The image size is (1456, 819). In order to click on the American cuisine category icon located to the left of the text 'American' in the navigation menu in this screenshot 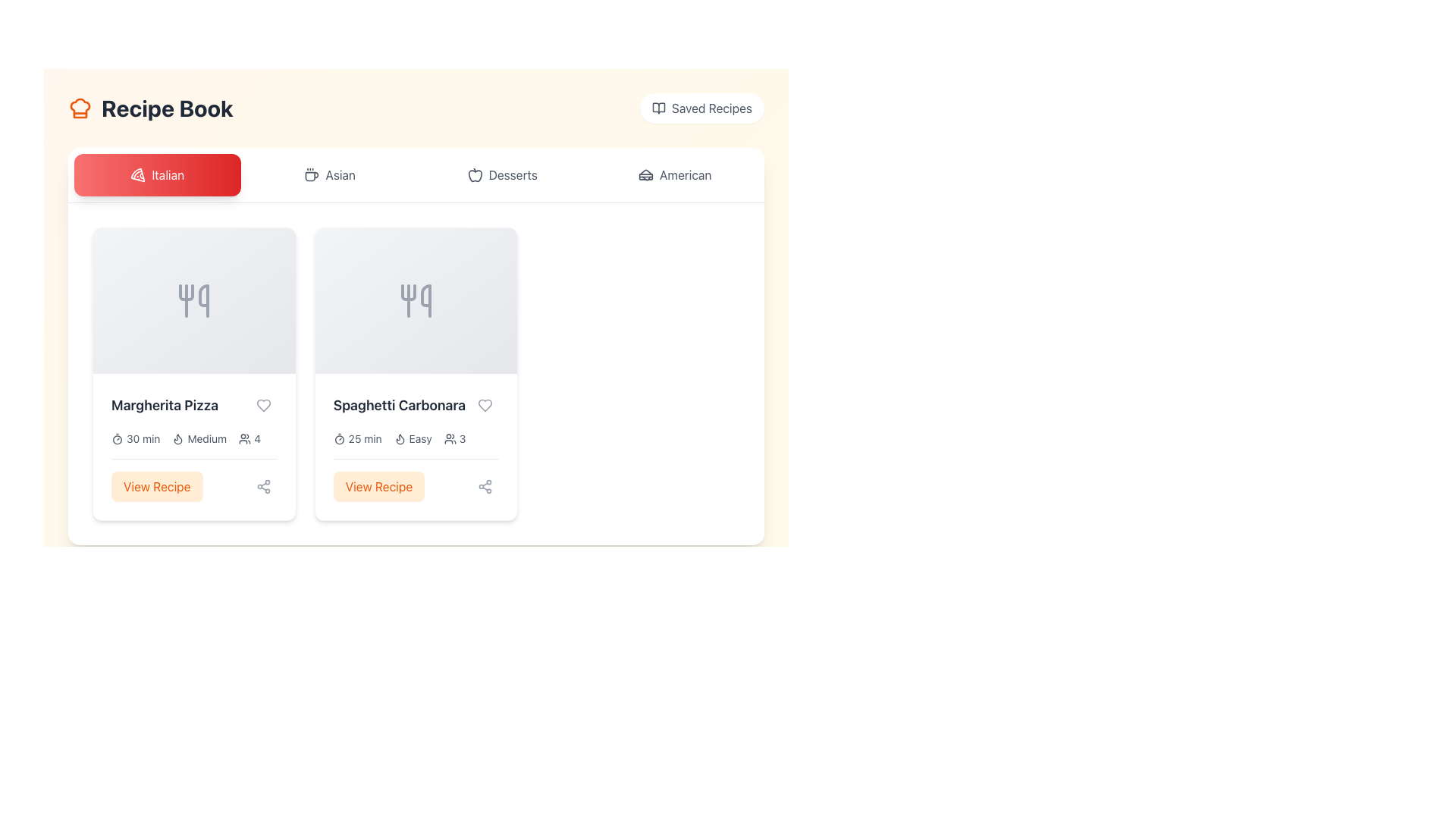, I will do `click(645, 174)`.